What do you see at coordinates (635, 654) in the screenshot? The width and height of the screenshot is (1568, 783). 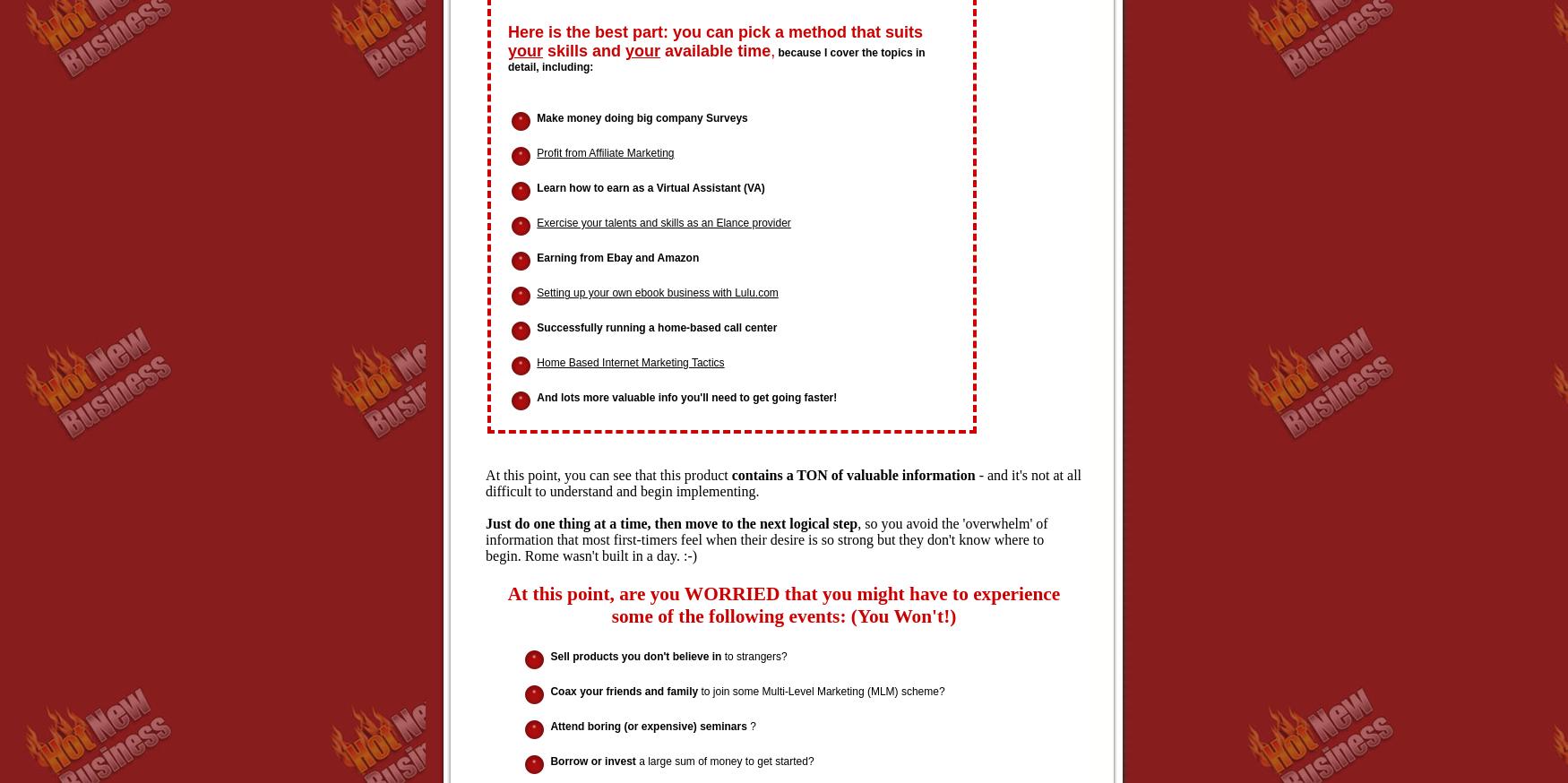 I see `'Sell products you don't believe in'` at bounding box center [635, 654].